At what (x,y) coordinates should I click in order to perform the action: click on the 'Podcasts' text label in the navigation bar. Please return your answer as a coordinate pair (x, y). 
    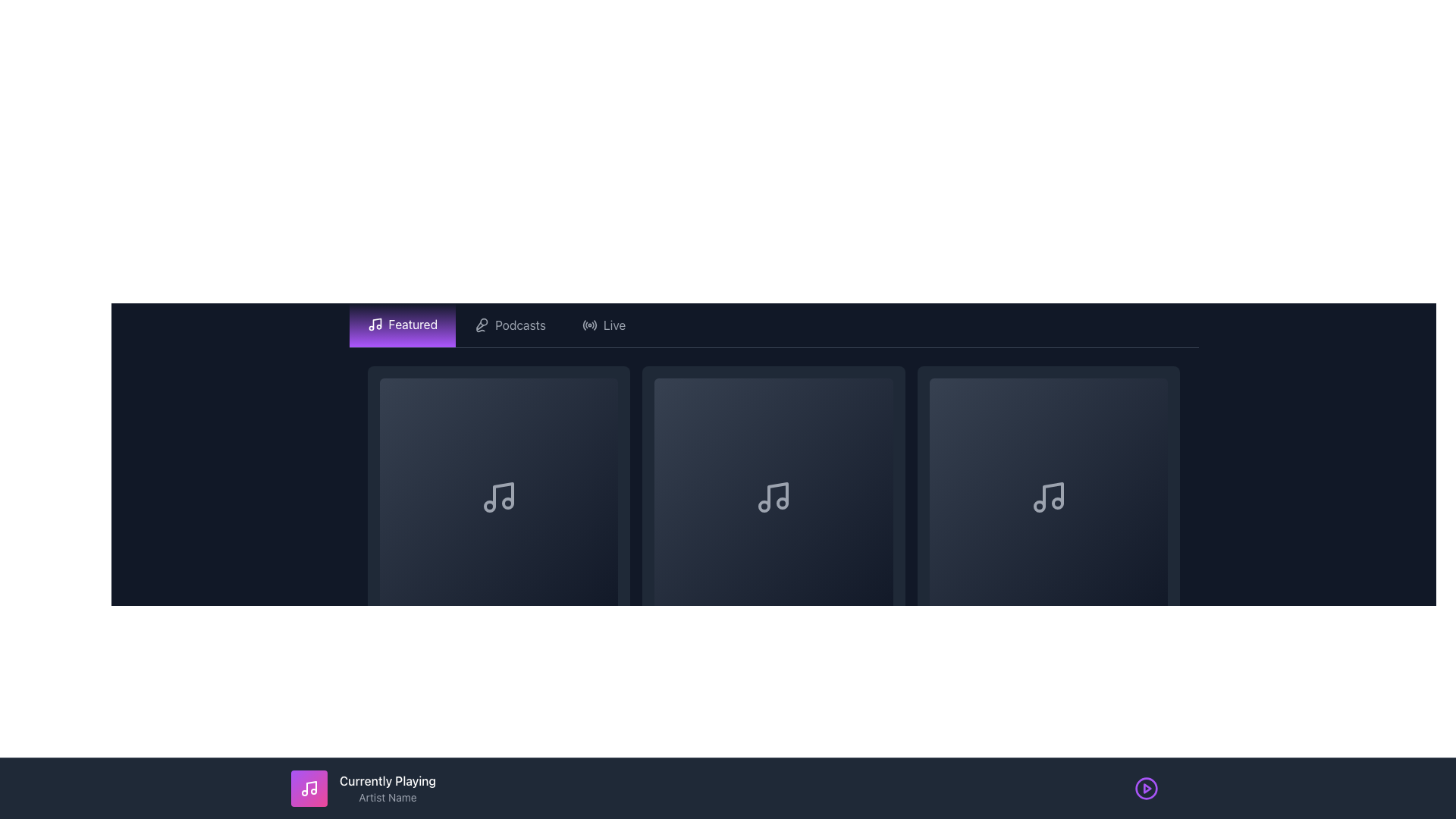
    Looking at the image, I should click on (520, 324).